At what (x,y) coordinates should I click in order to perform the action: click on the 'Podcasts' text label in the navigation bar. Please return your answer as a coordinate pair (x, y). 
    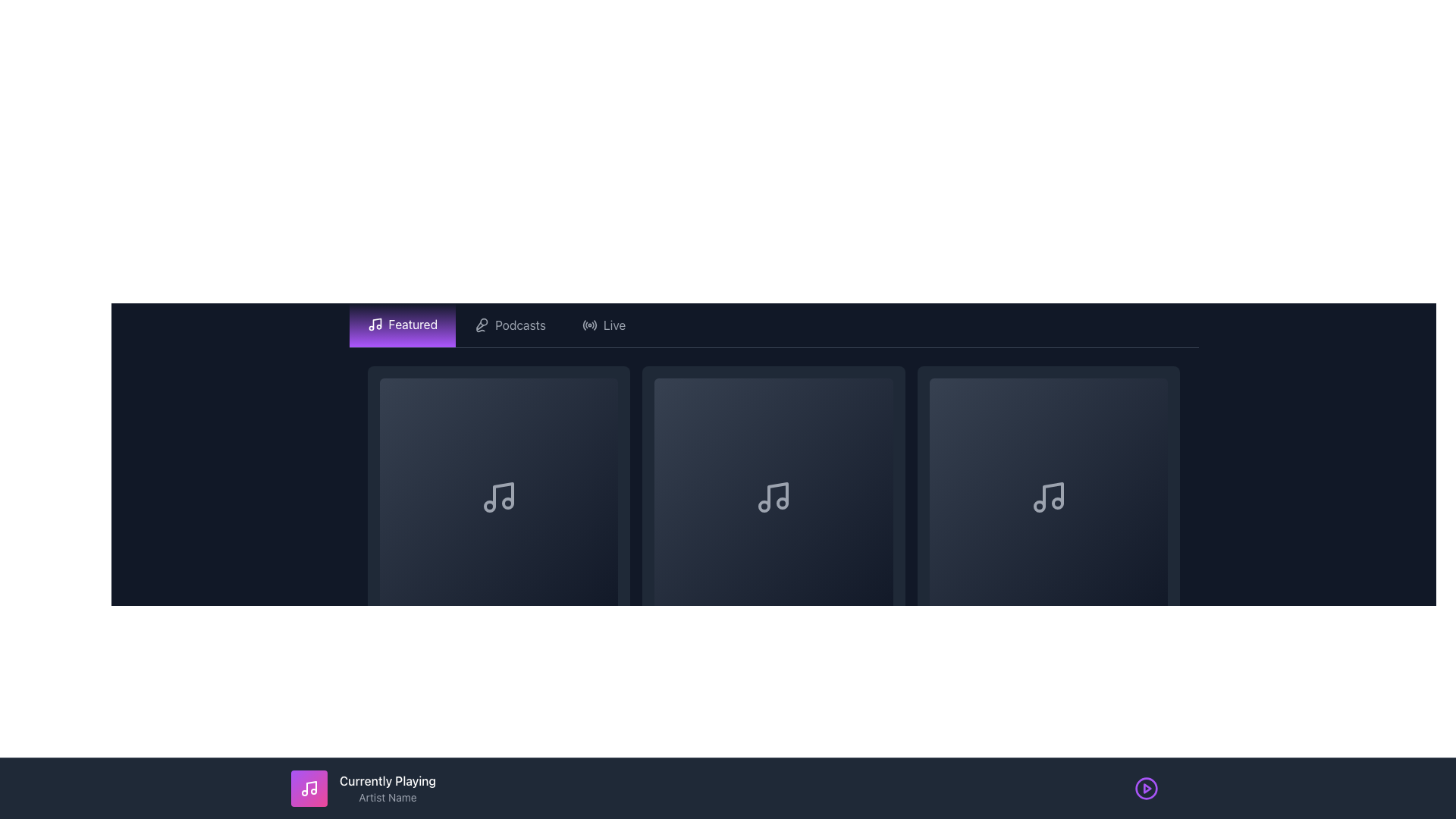
    Looking at the image, I should click on (520, 324).